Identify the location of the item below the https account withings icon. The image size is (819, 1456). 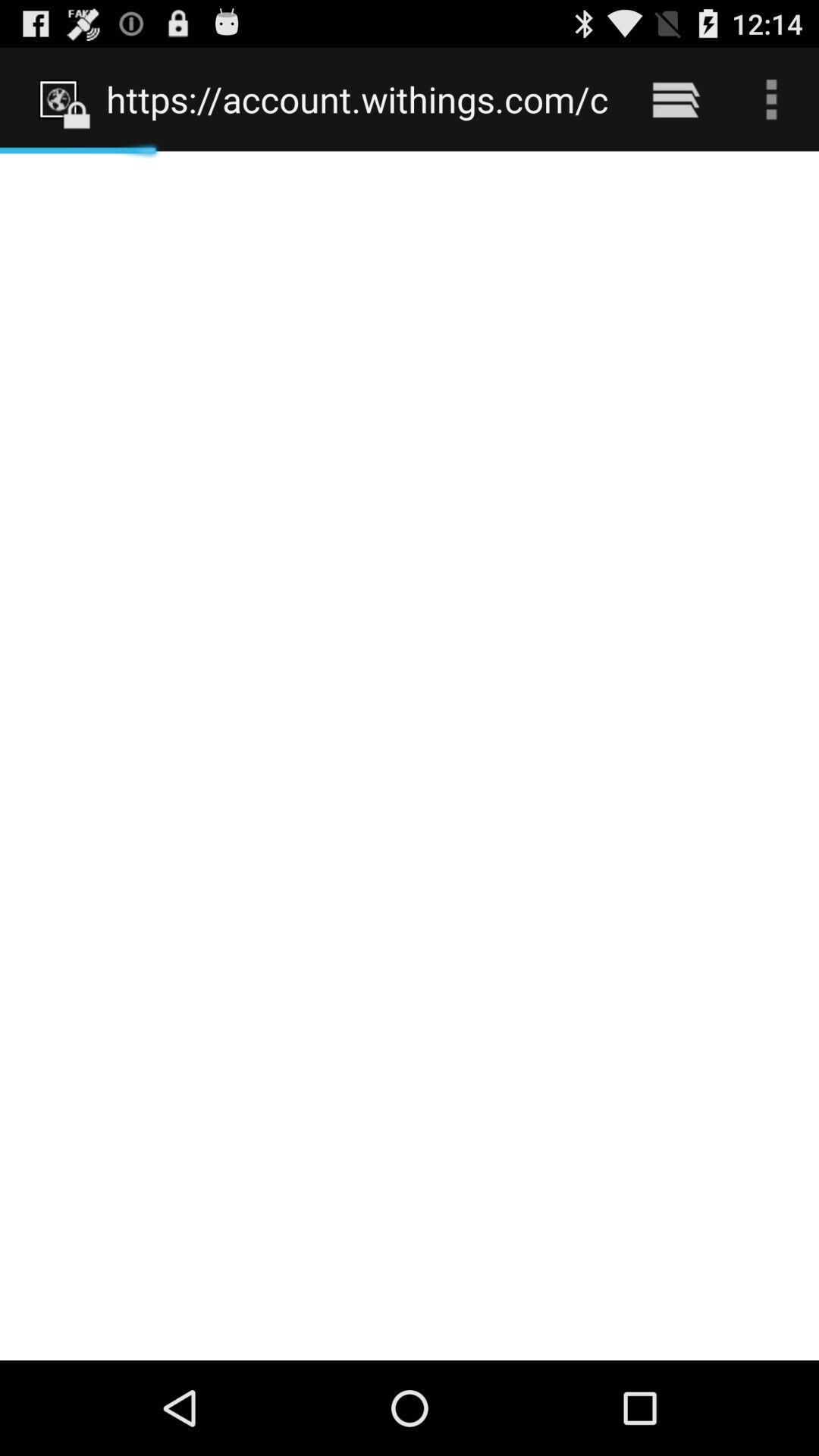
(409, 755).